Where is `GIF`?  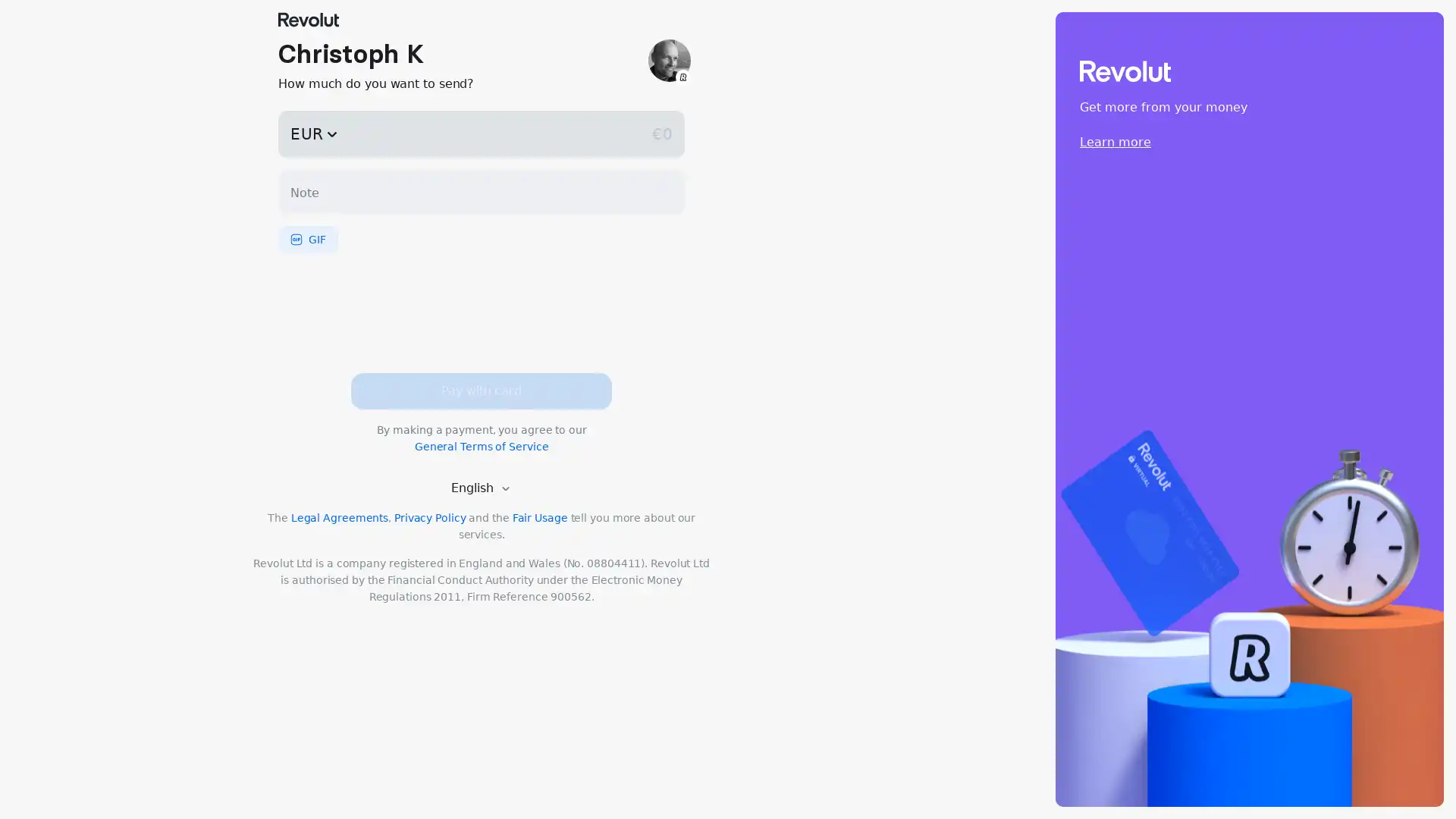
GIF is located at coordinates (307, 239).